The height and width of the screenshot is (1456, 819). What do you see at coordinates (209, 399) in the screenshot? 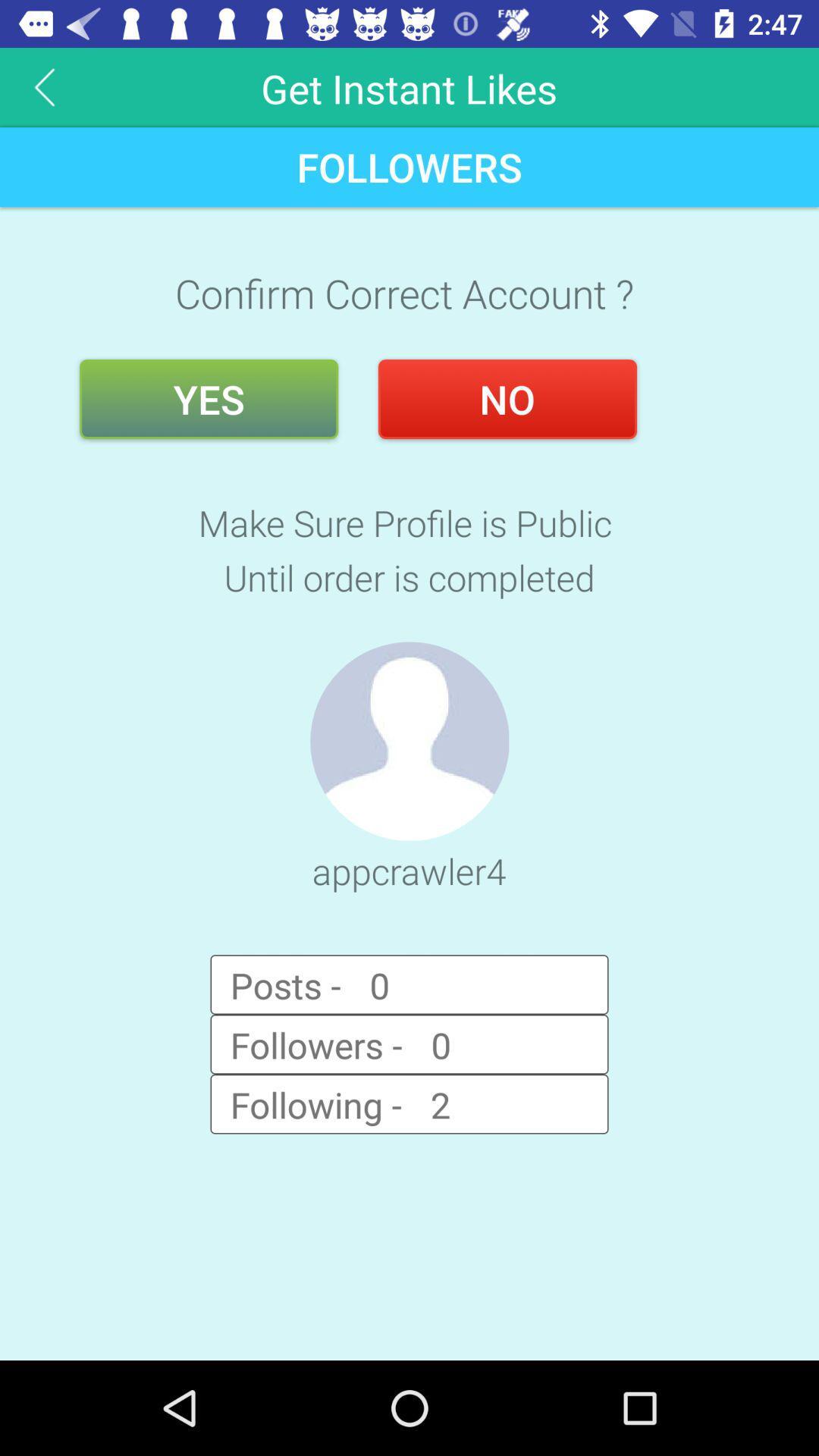
I see `the yes button` at bounding box center [209, 399].